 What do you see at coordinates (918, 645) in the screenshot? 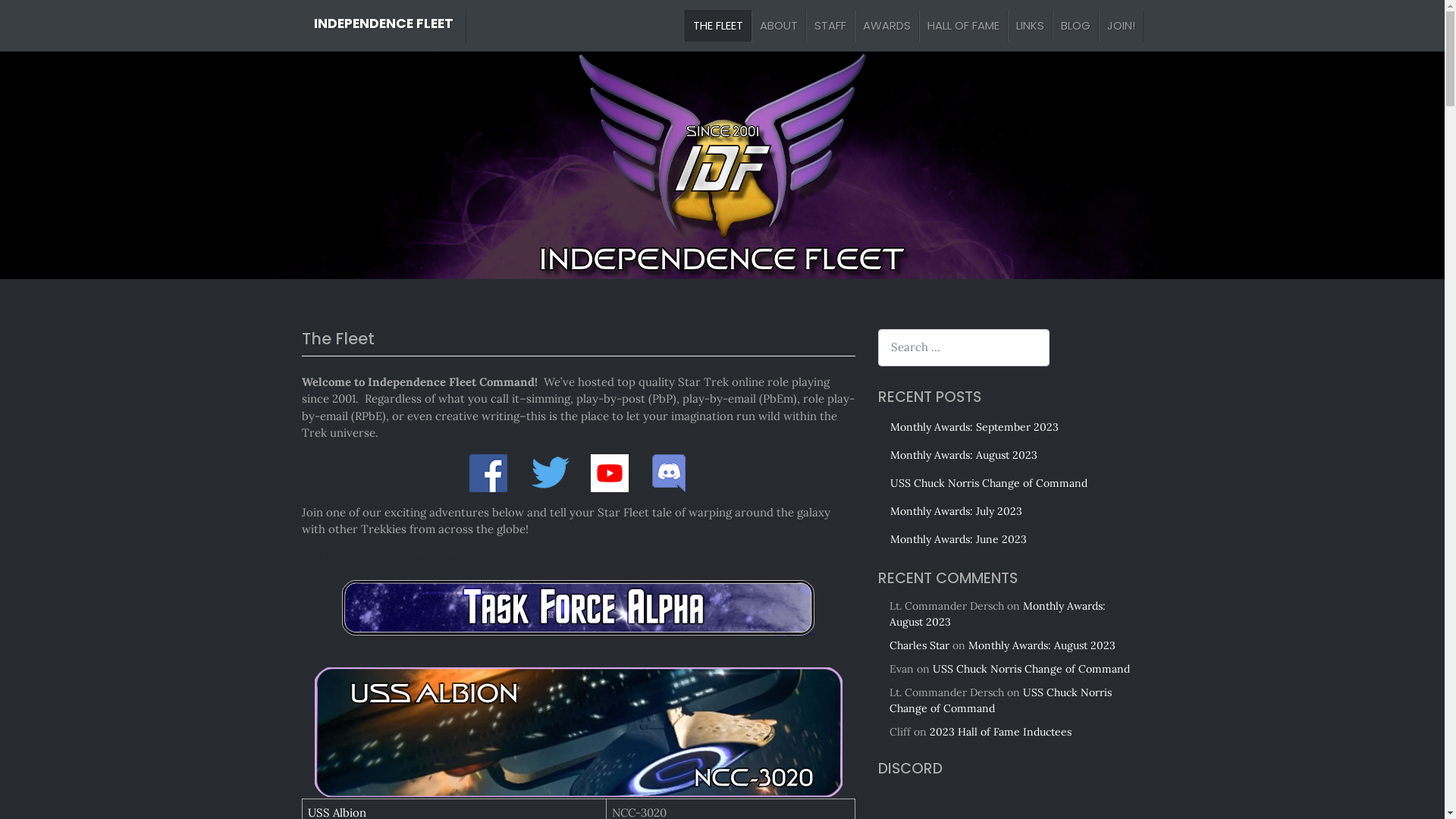
I see `'Charles Star'` at bounding box center [918, 645].